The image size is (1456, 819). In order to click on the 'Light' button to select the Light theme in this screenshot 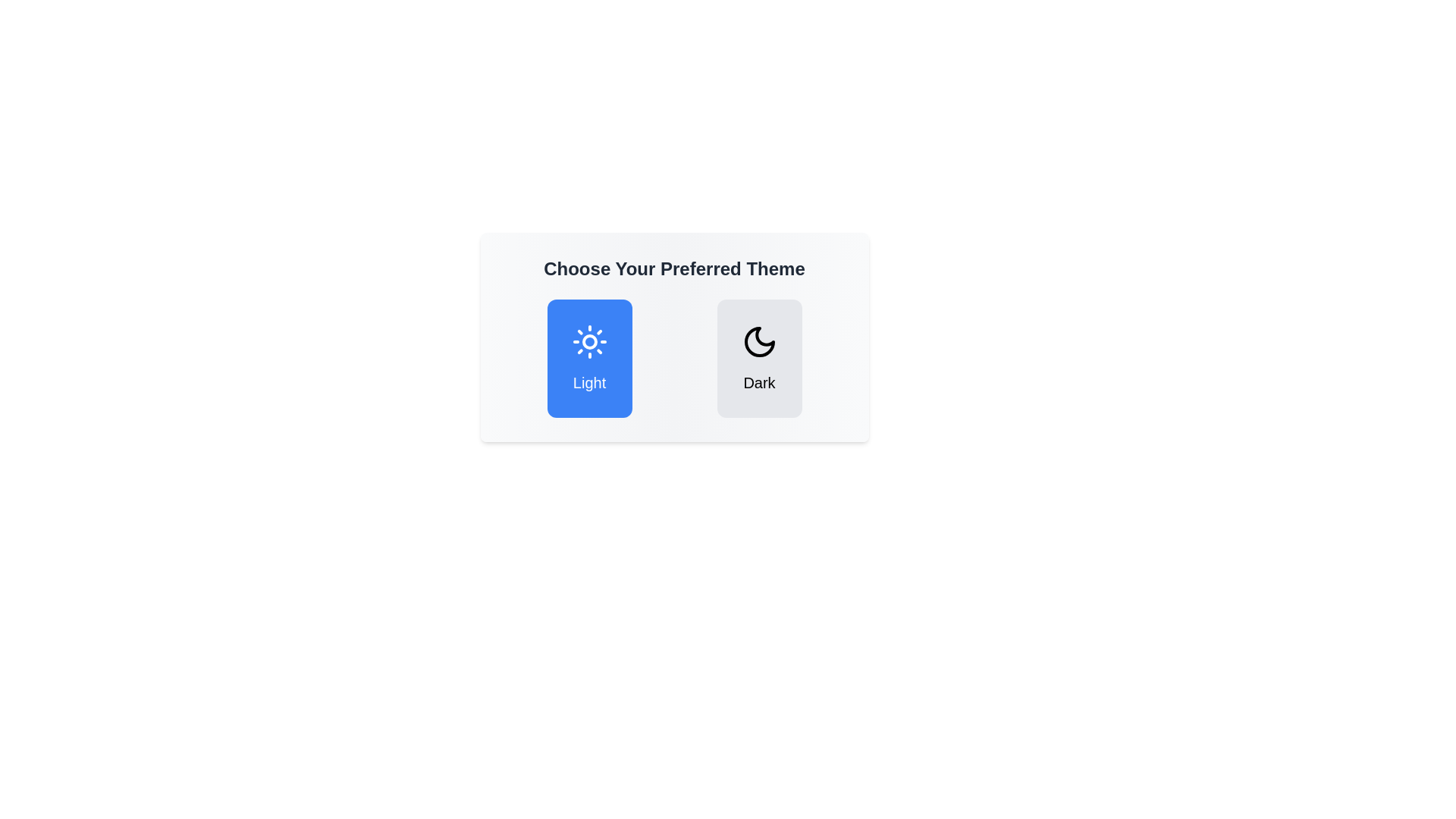, I will do `click(588, 359)`.